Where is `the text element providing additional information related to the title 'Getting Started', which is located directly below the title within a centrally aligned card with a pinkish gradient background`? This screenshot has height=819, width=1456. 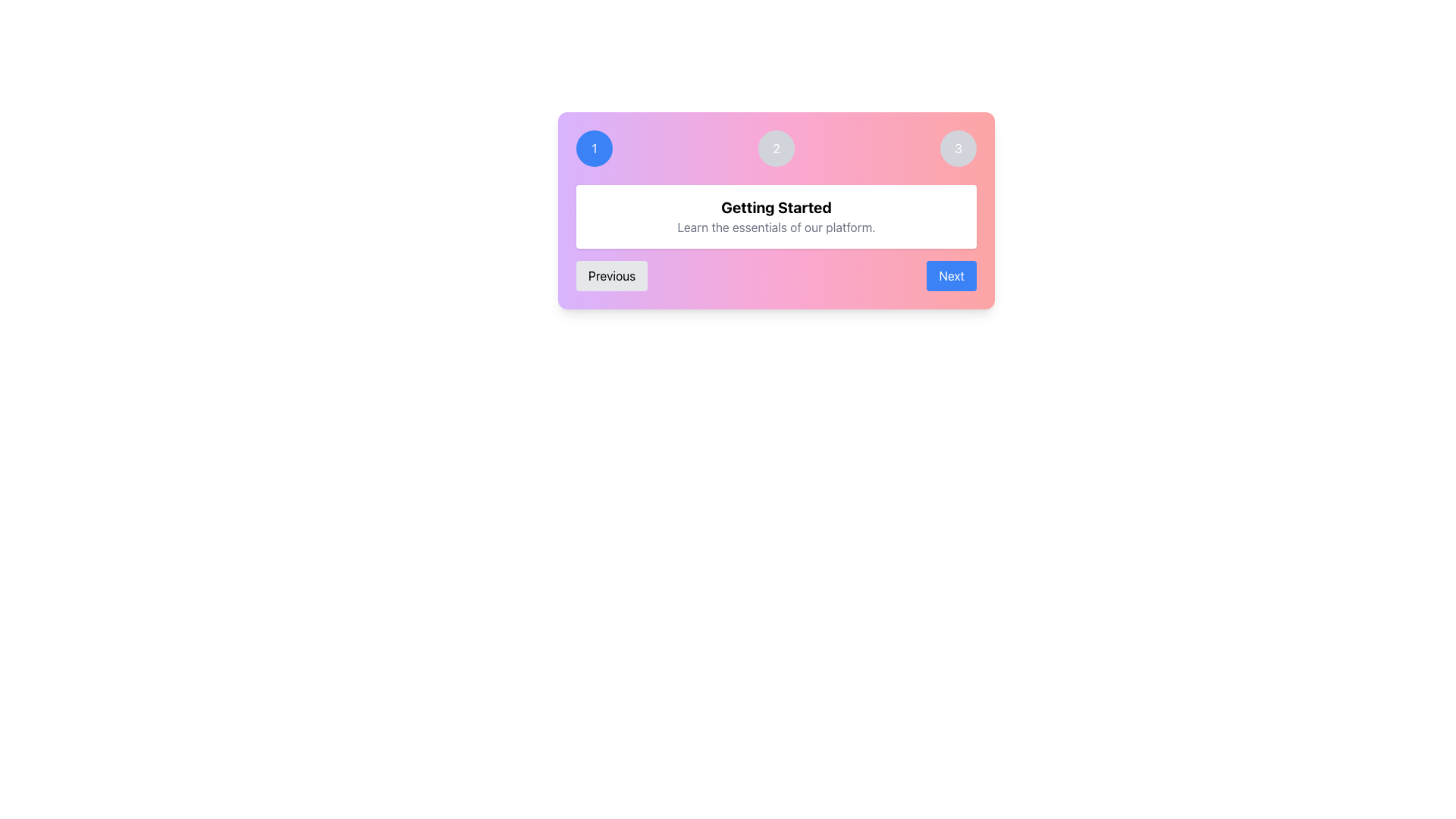
the text element providing additional information related to the title 'Getting Started', which is located directly below the title within a centrally aligned card with a pinkish gradient background is located at coordinates (776, 227).